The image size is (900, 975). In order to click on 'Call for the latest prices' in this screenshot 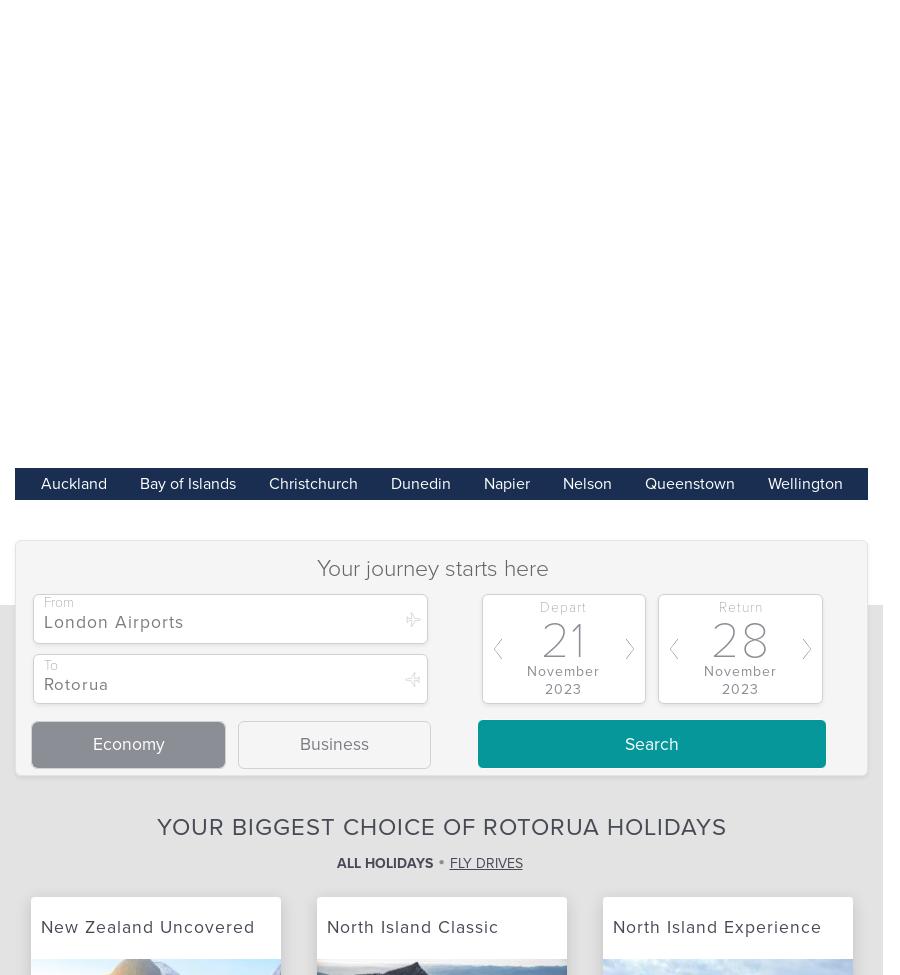, I will do `click(278, 104)`.